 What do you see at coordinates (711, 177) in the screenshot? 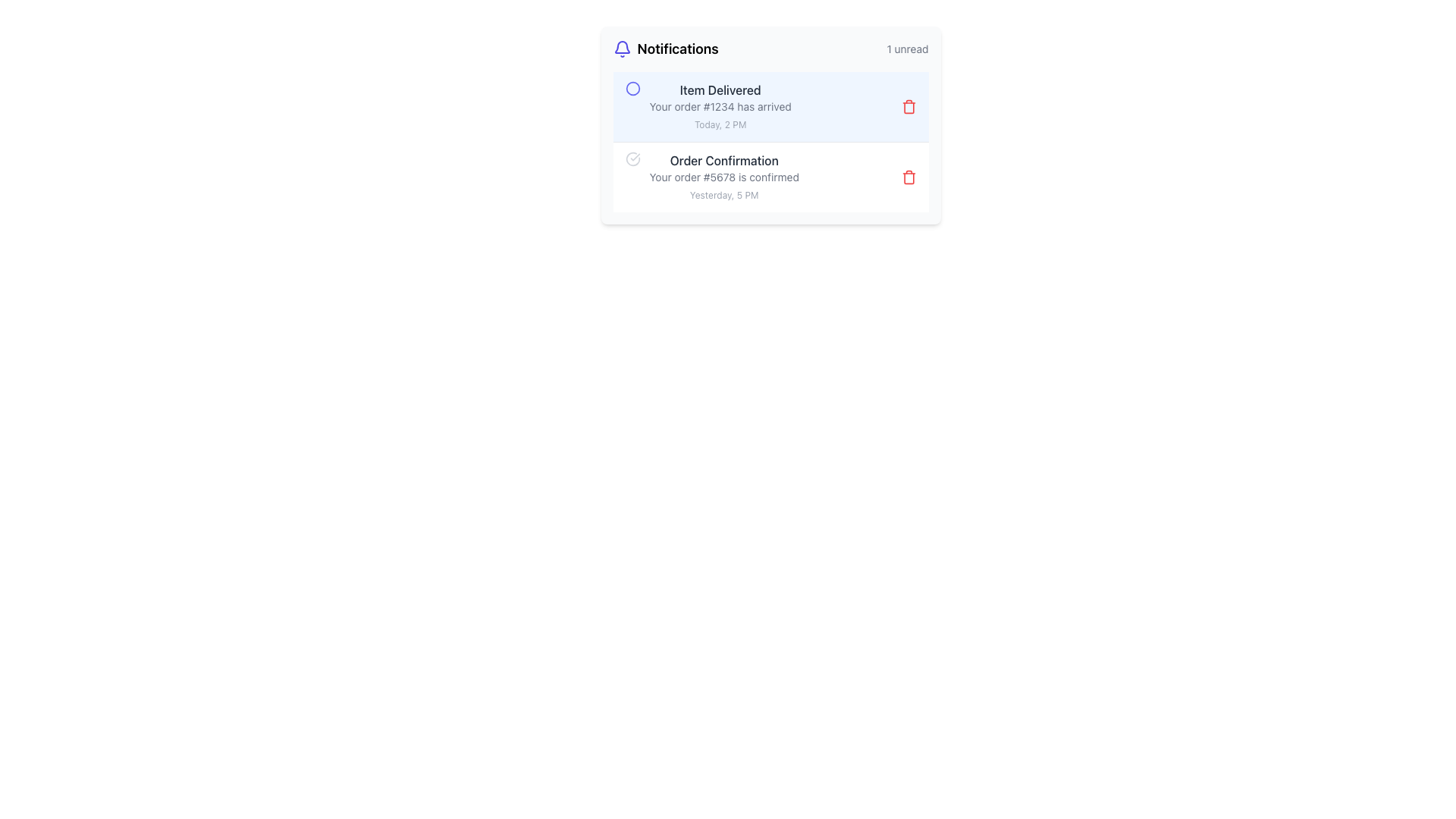
I see `the second notification card that confirms the successful order, located under the 'Item Delivered' notification in the 'Notifications' section` at bounding box center [711, 177].